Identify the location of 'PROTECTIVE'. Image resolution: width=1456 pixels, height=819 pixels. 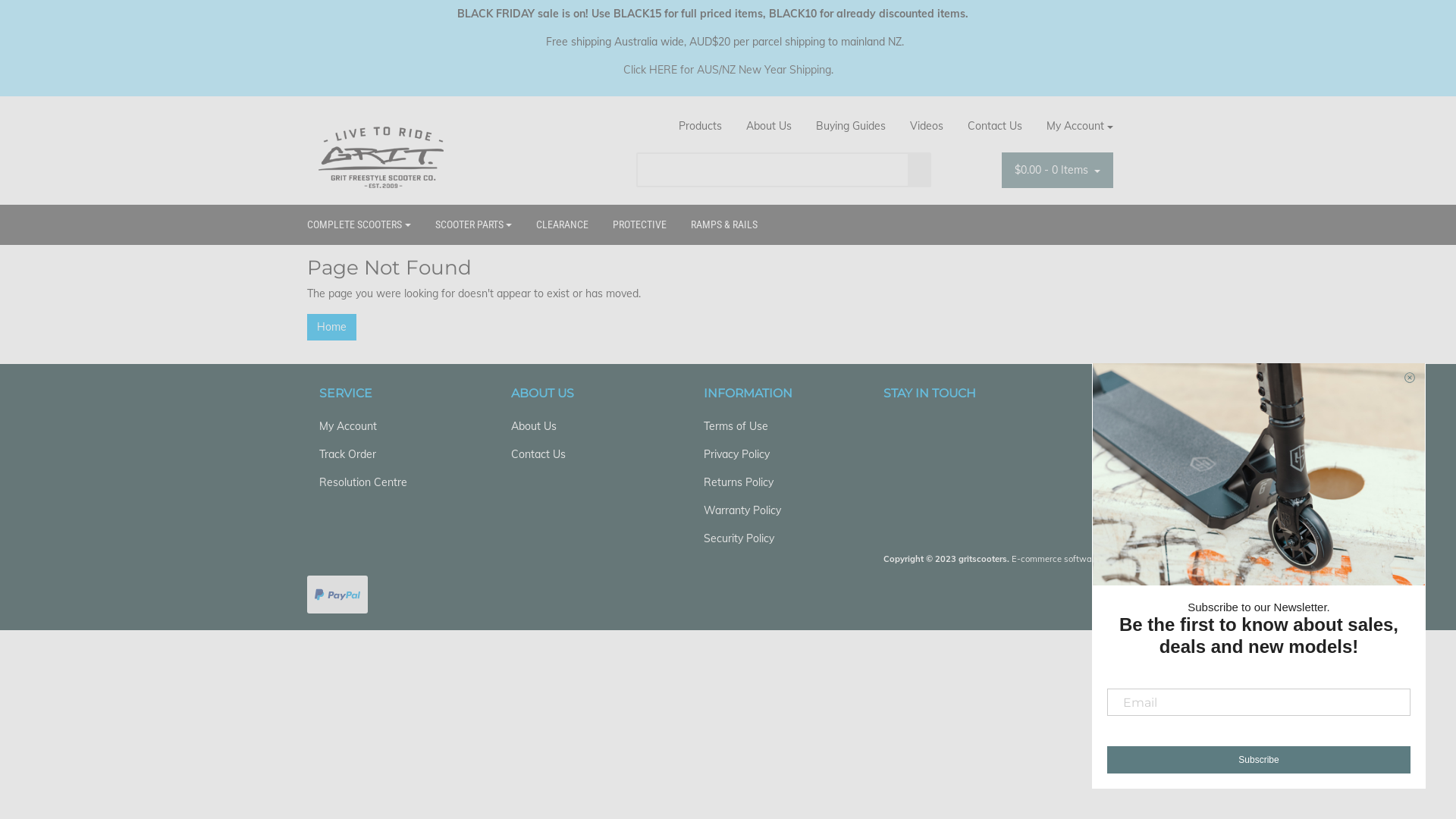
(639, 224).